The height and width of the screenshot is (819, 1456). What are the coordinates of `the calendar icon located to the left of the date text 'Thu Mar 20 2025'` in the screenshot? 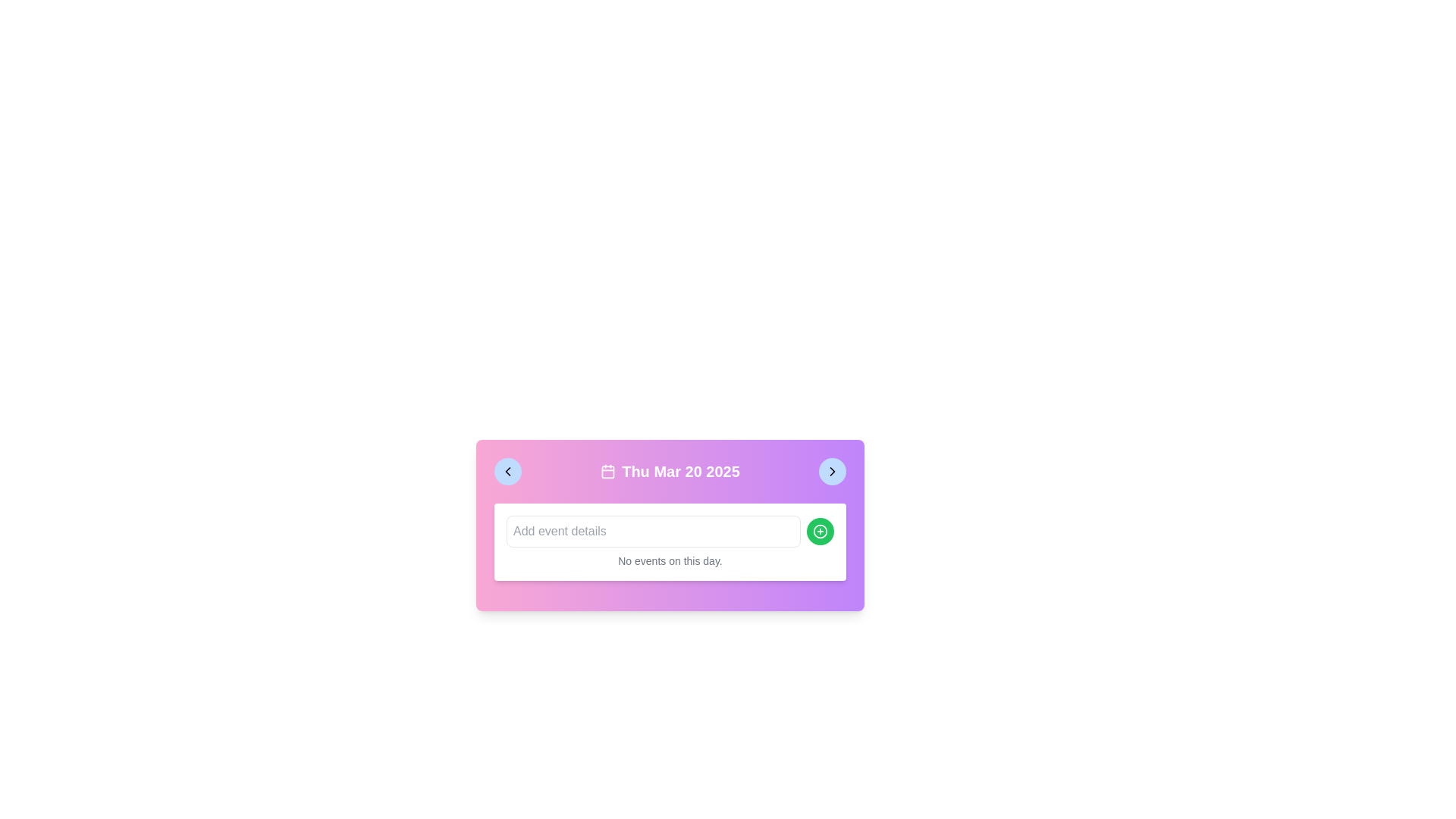 It's located at (608, 470).